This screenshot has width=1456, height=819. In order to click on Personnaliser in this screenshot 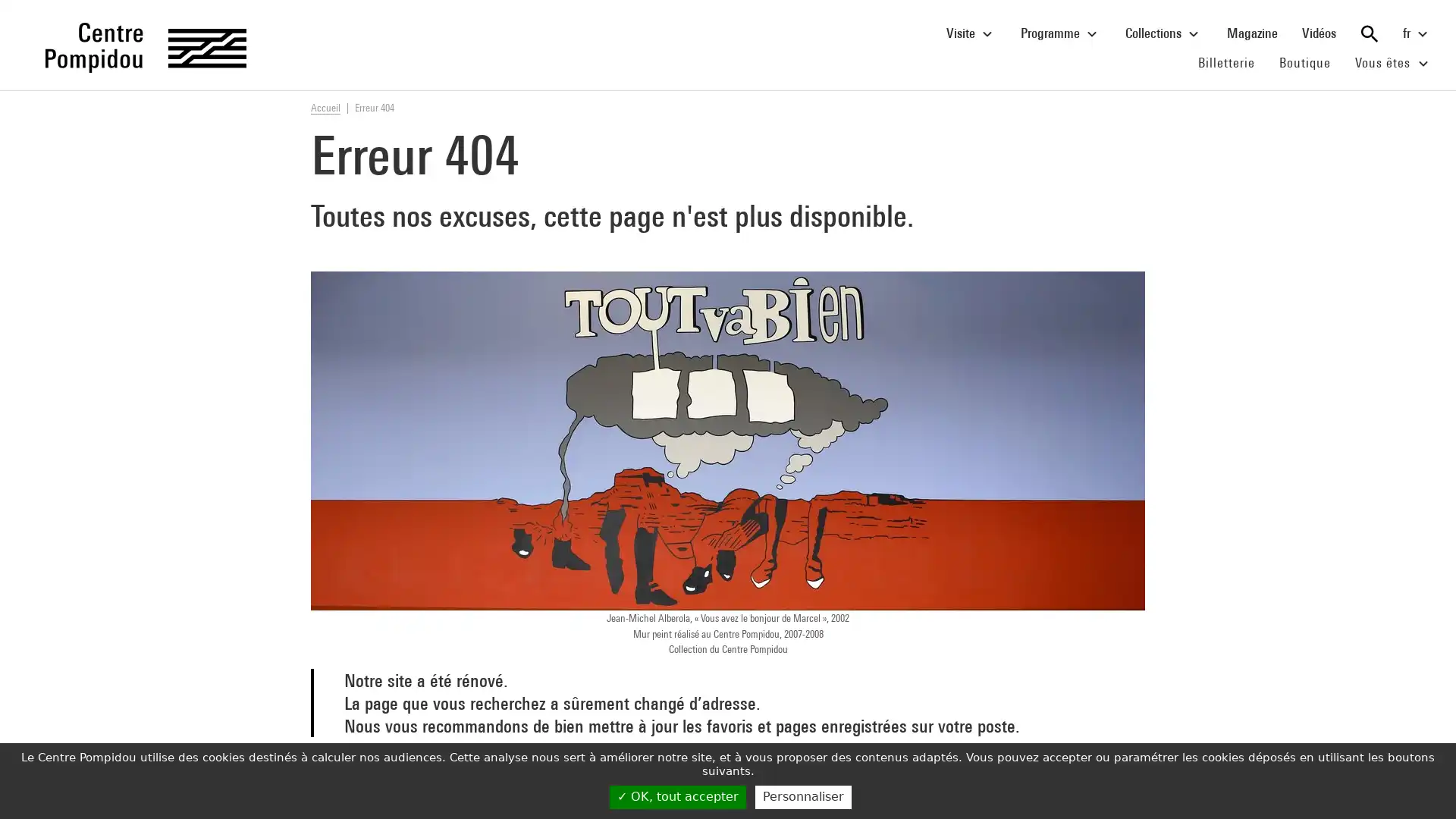, I will do `click(802, 796)`.